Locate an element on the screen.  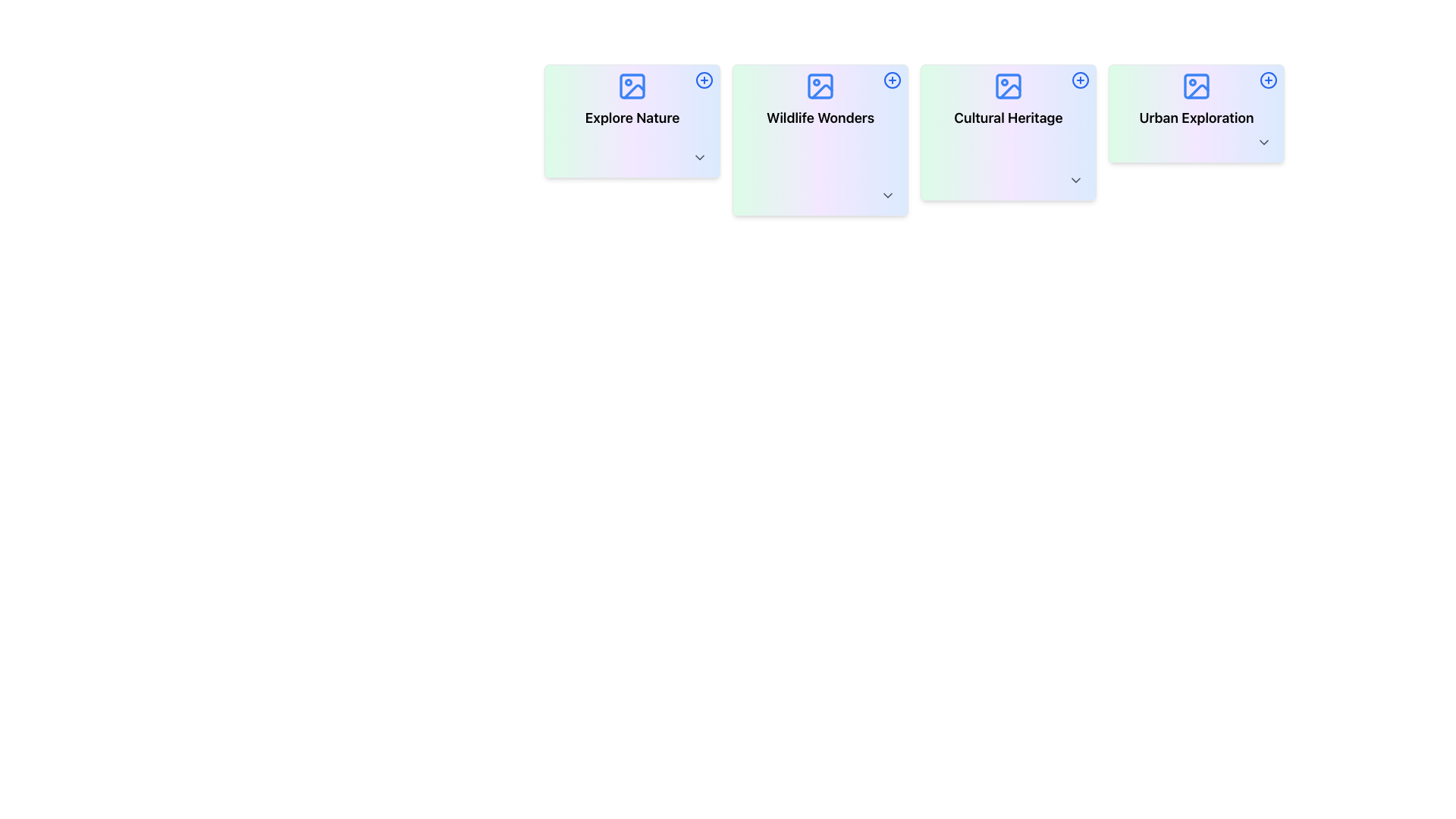
the fourth navigational card related to 'Urban Exploration' in the grid layout is located at coordinates (1196, 113).